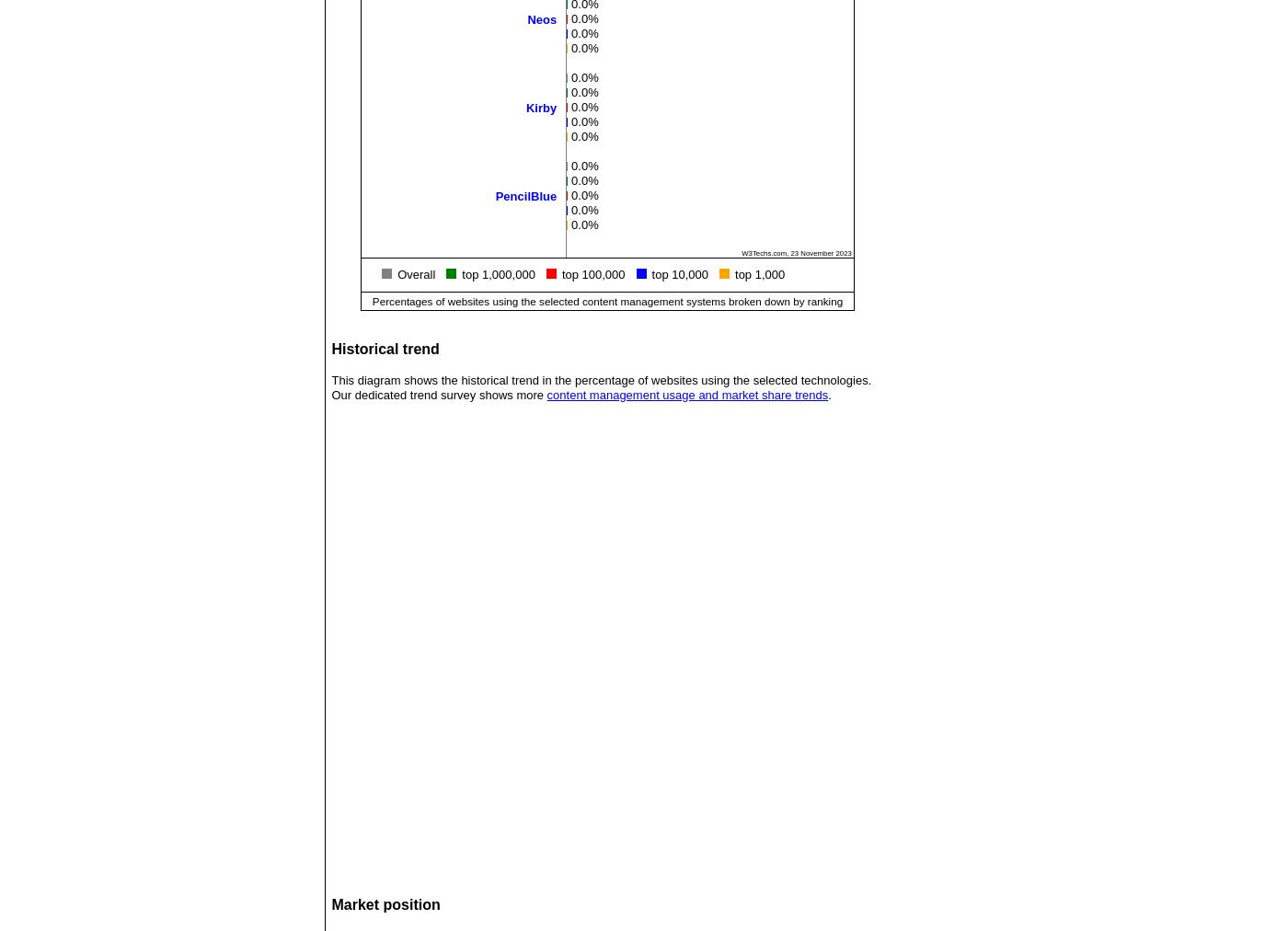 This screenshot has width=1288, height=931. What do you see at coordinates (601, 380) in the screenshot?
I see `'This diagram shows the historical trend in the percentage of websites using the selected technologies.'` at bounding box center [601, 380].